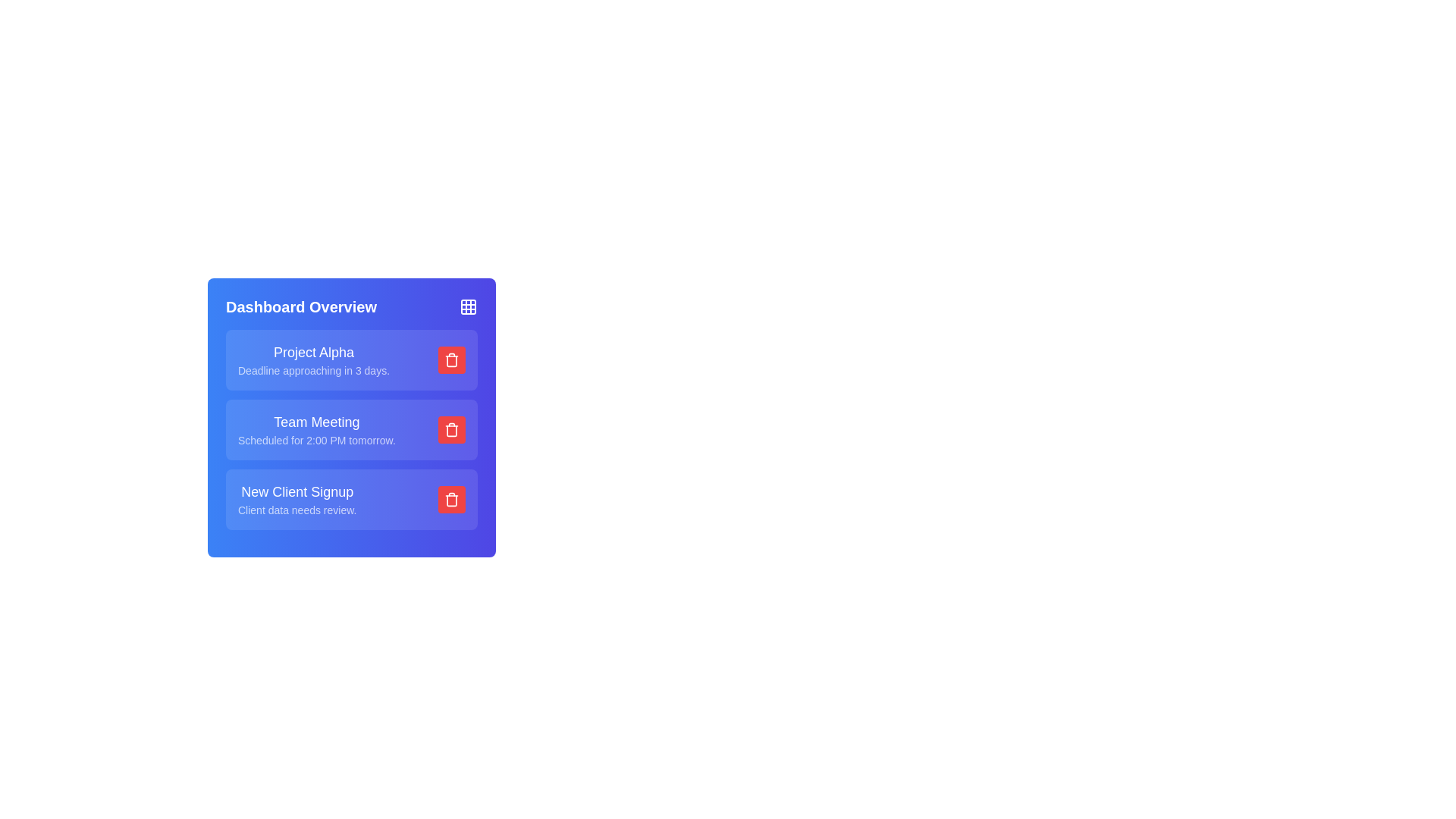 The width and height of the screenshot is (1456, 819). I want to click on the text label displaying 'Deadline approaching in 3 days.' which is located below the 'Project Alpha' text in the dashboard's content section, so click(312, 371).